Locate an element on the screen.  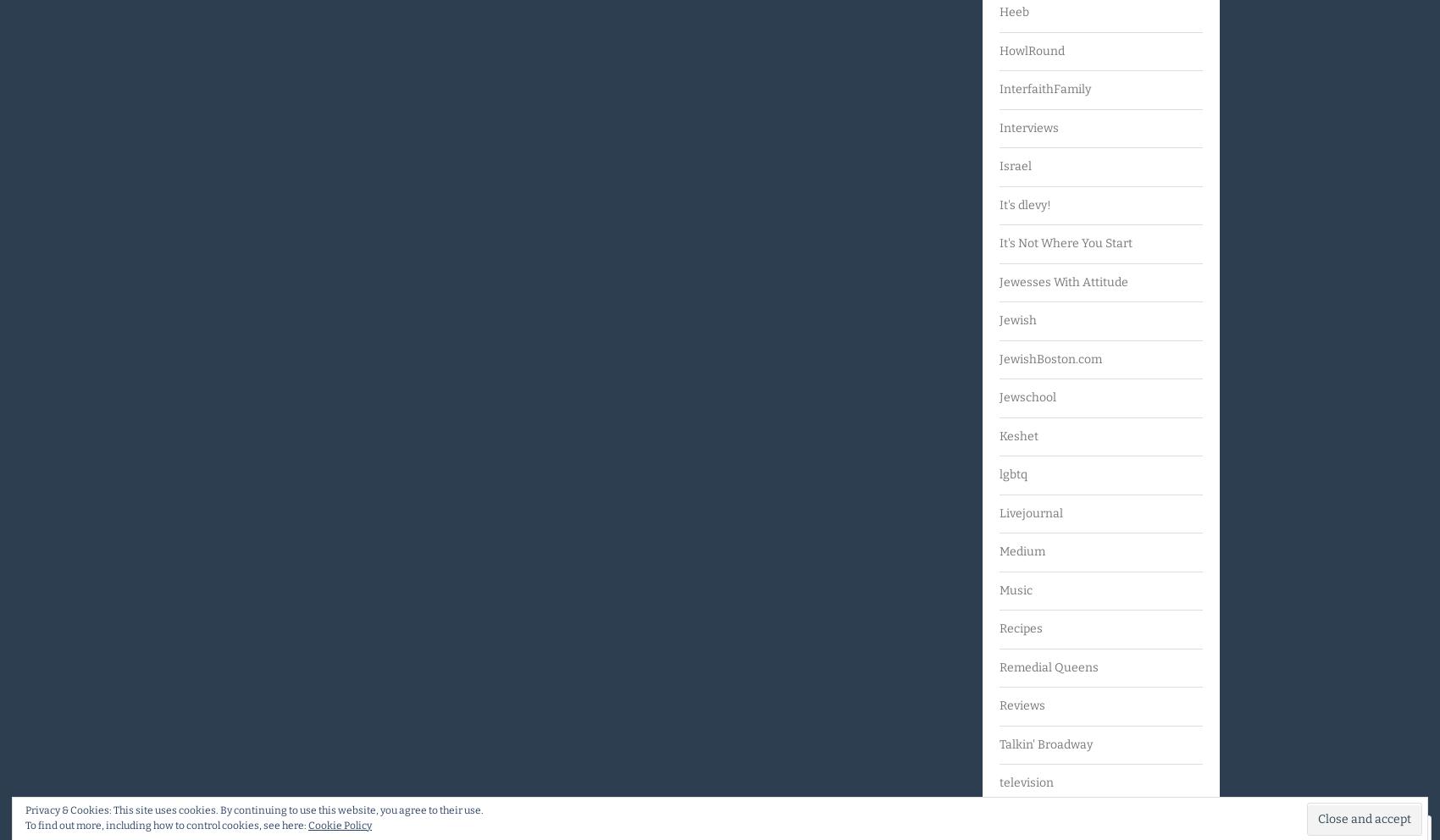
'Remedial Queens' is located at coordinates (1048, 666).